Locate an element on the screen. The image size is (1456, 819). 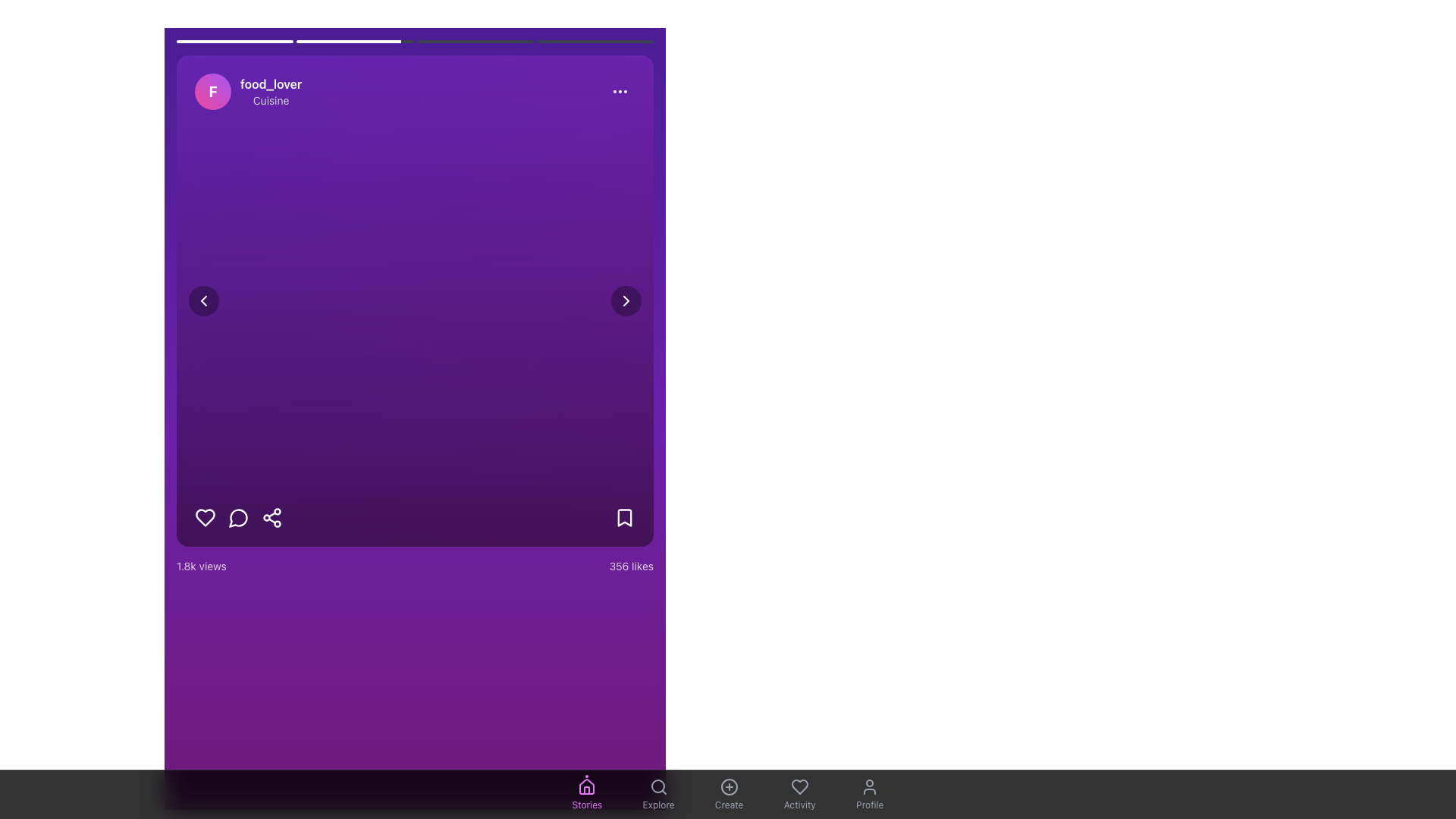
the comment button located between the heart icon and share icon at the bottom left of the main content is located at coordinates (238, 516).